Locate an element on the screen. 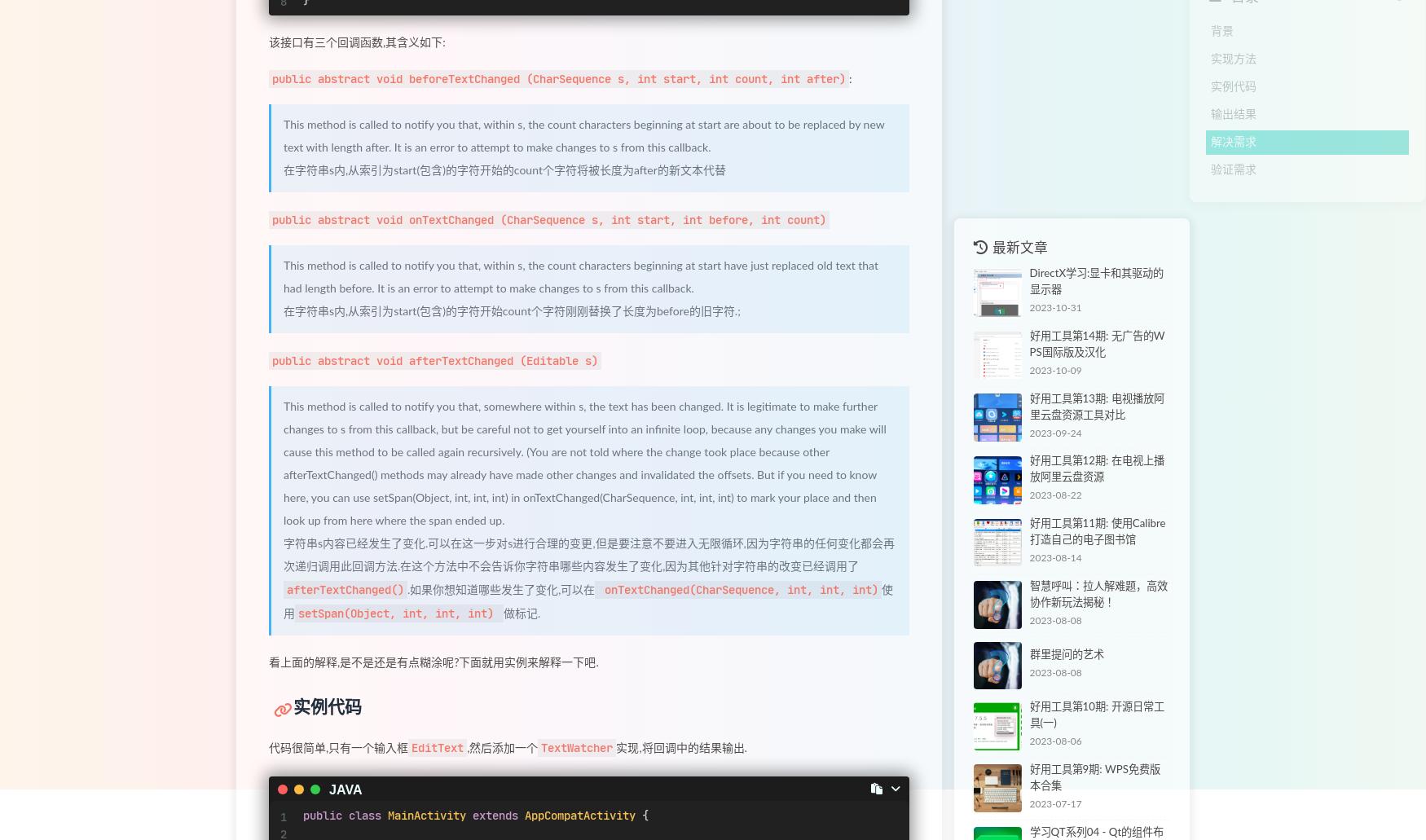 The width and height of the screenshot is (1426, 840). '在字符串s内,从索引为start(包含)的字符开始count个字符刚刚替换了长度为before的旧字符.;' is located at coordinates (284, 311).